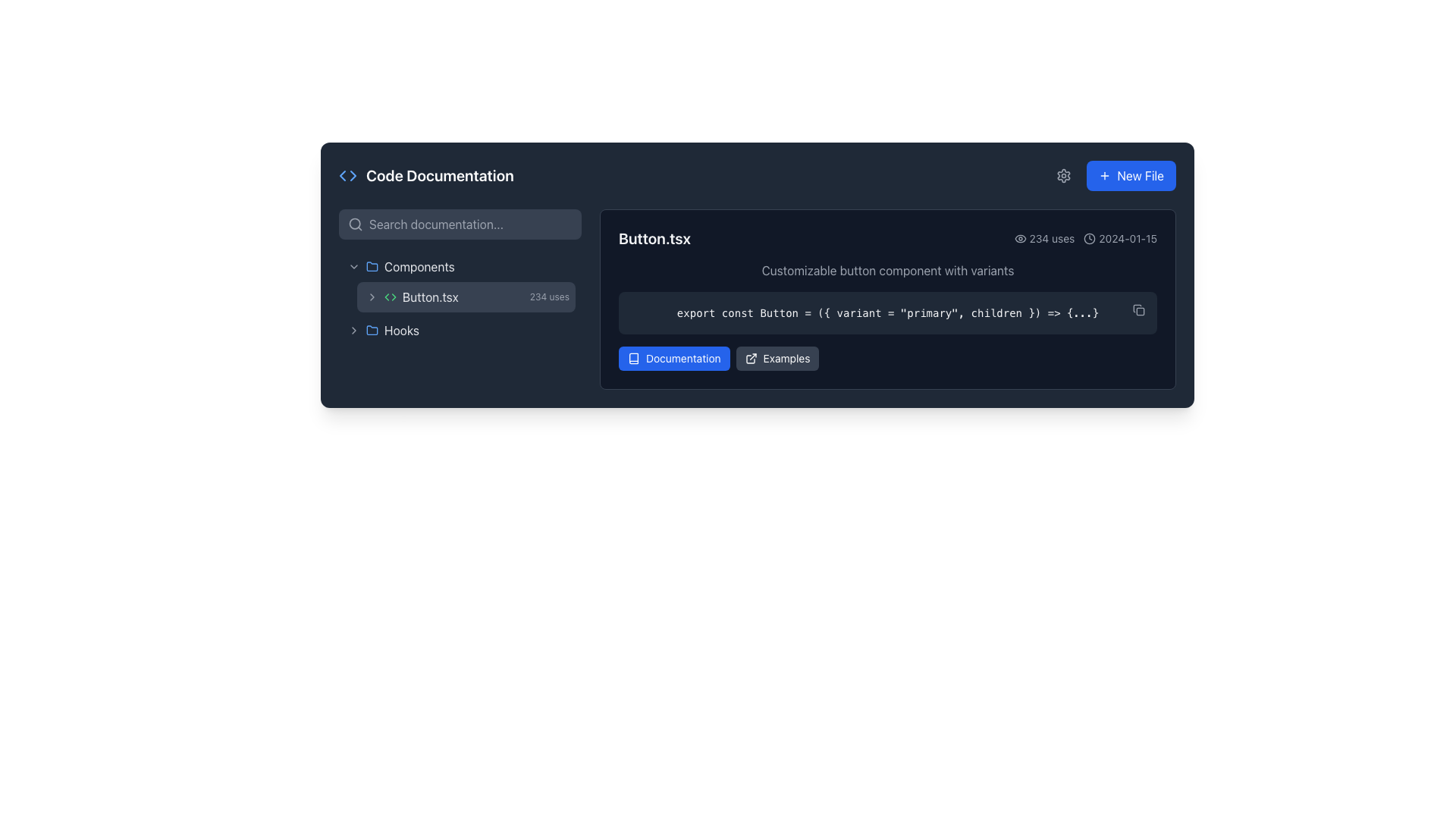 The width and height of the screenshot is (1456, 819). I want to click on the 'Button.tsx' file entry list item styled as a button with a dark background, so click(457, 281).